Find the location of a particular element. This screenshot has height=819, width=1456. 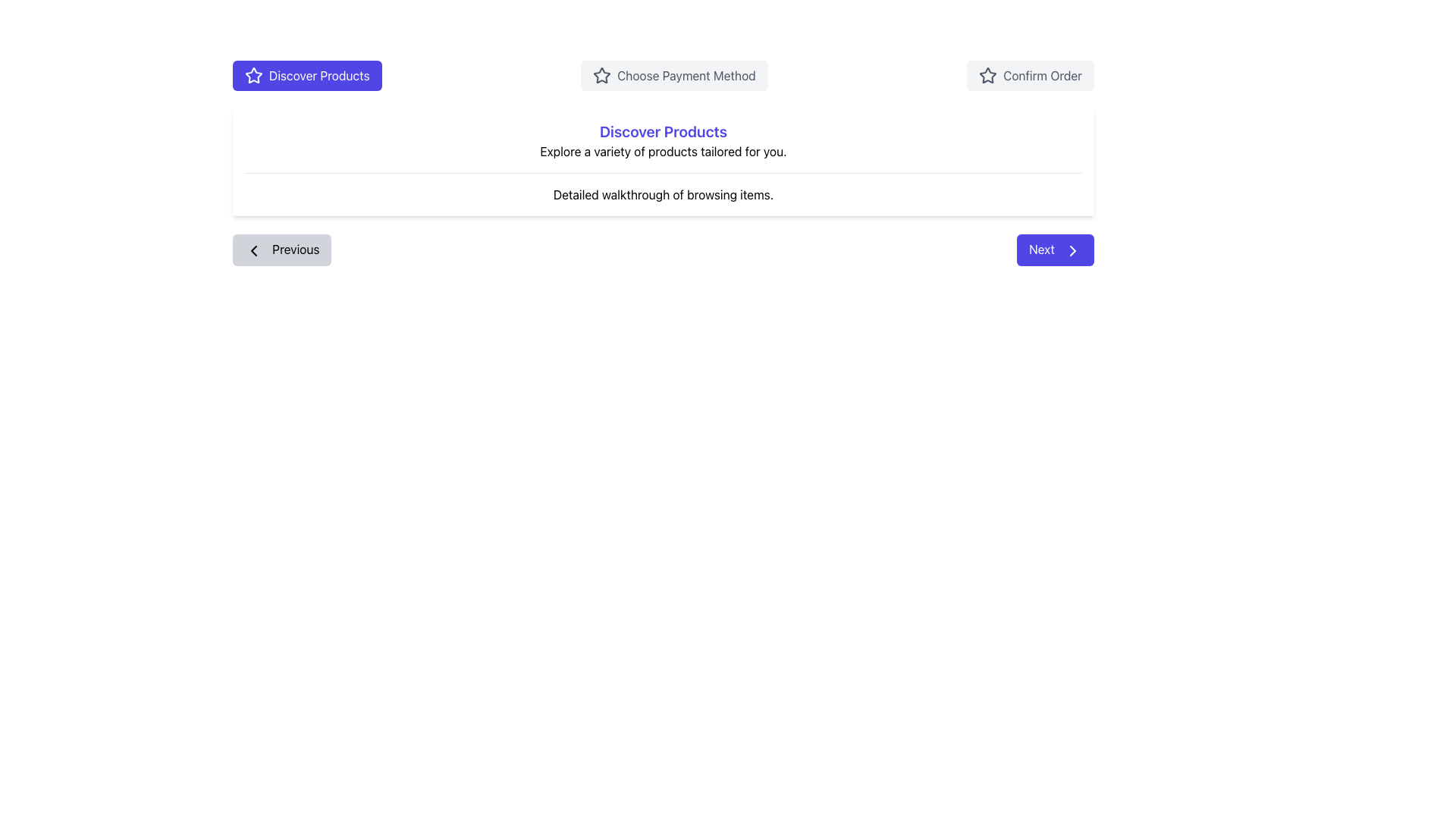

the text label providing supplementary information related to the main title 'Discover Products.' is located at coordinates (663, 152).